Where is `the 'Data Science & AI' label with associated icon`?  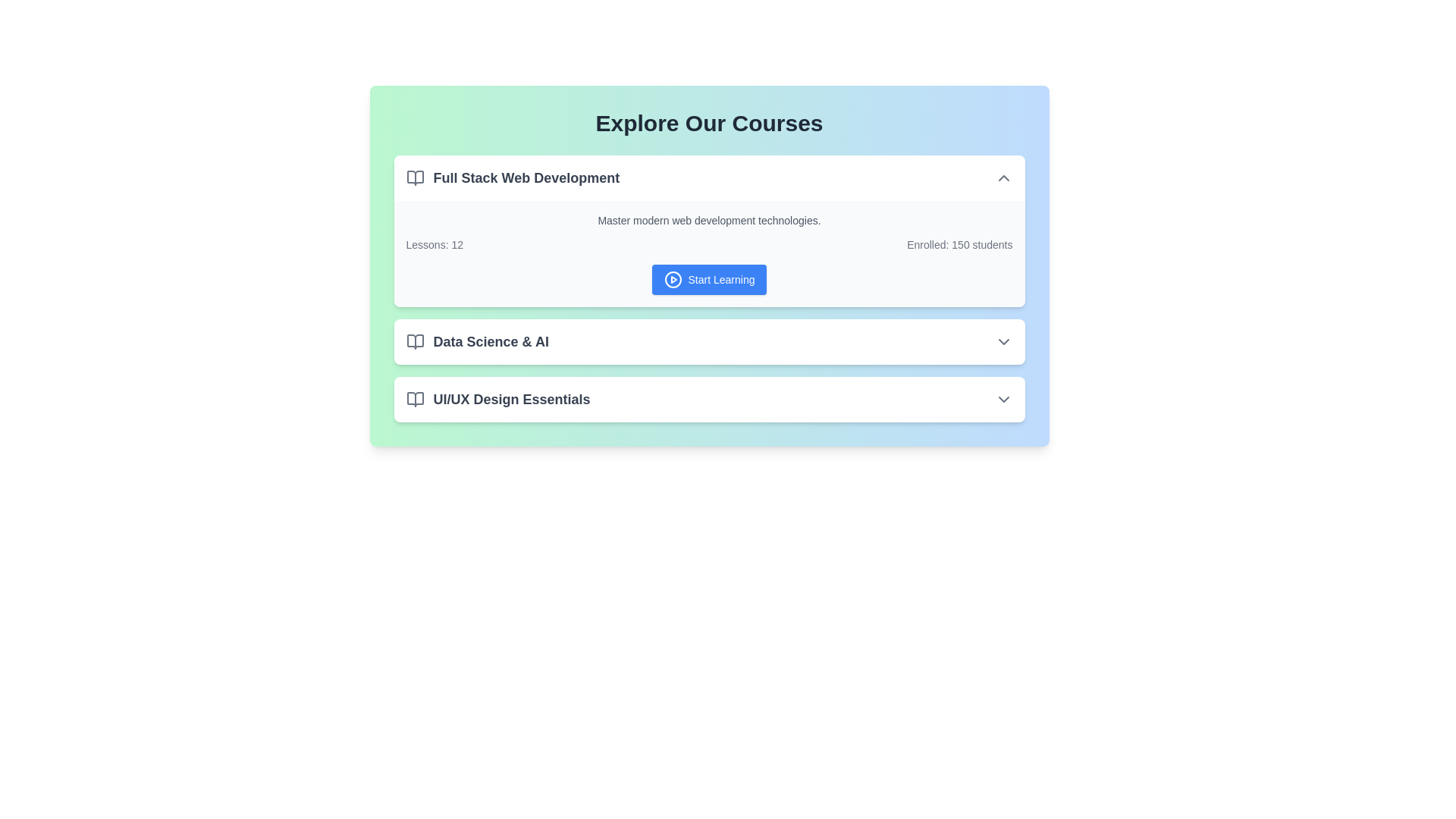
the 'Data Science & AI' label with associated icon is located at coordinates (476, 342).